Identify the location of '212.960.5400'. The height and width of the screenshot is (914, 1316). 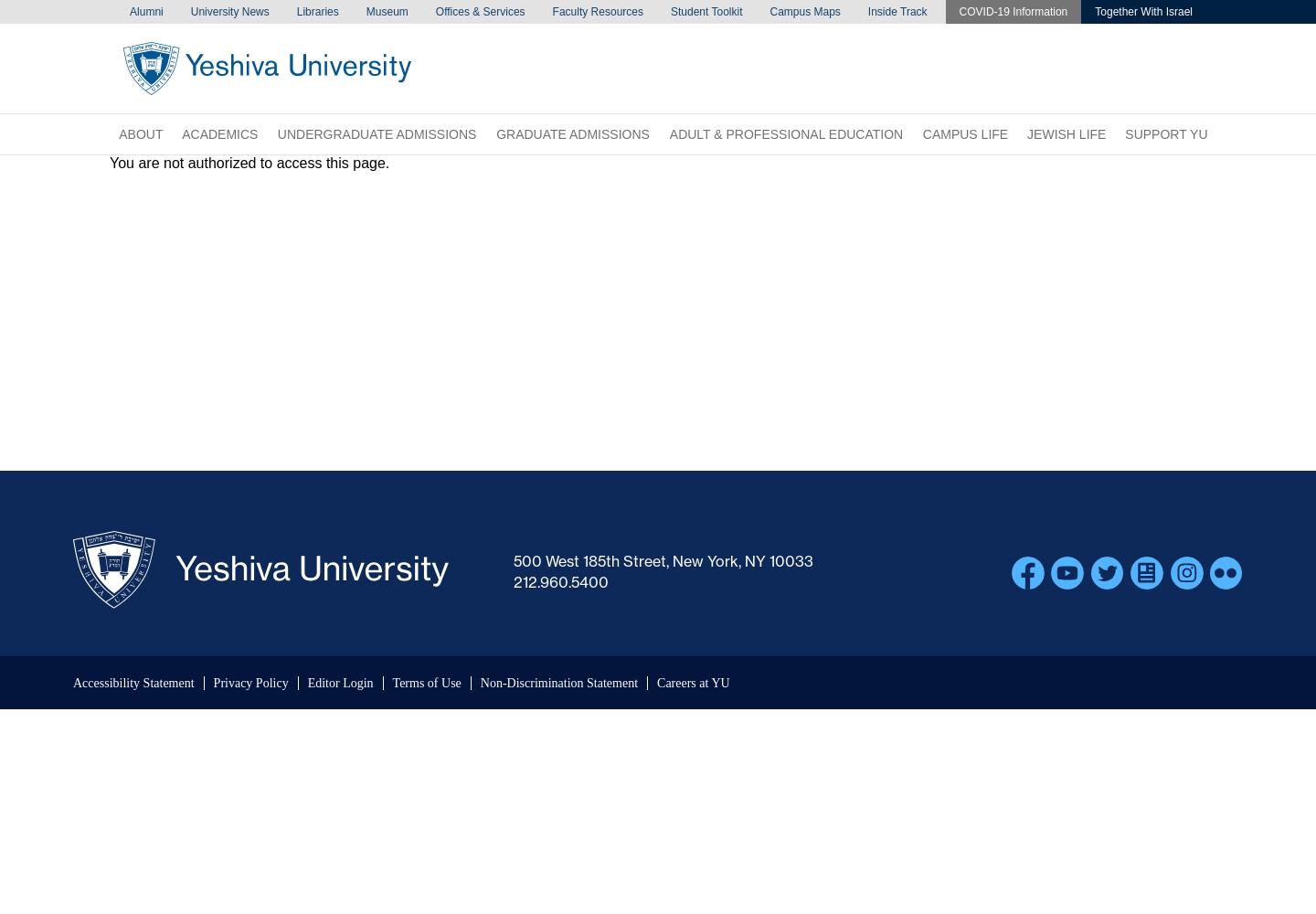
(560, 582).